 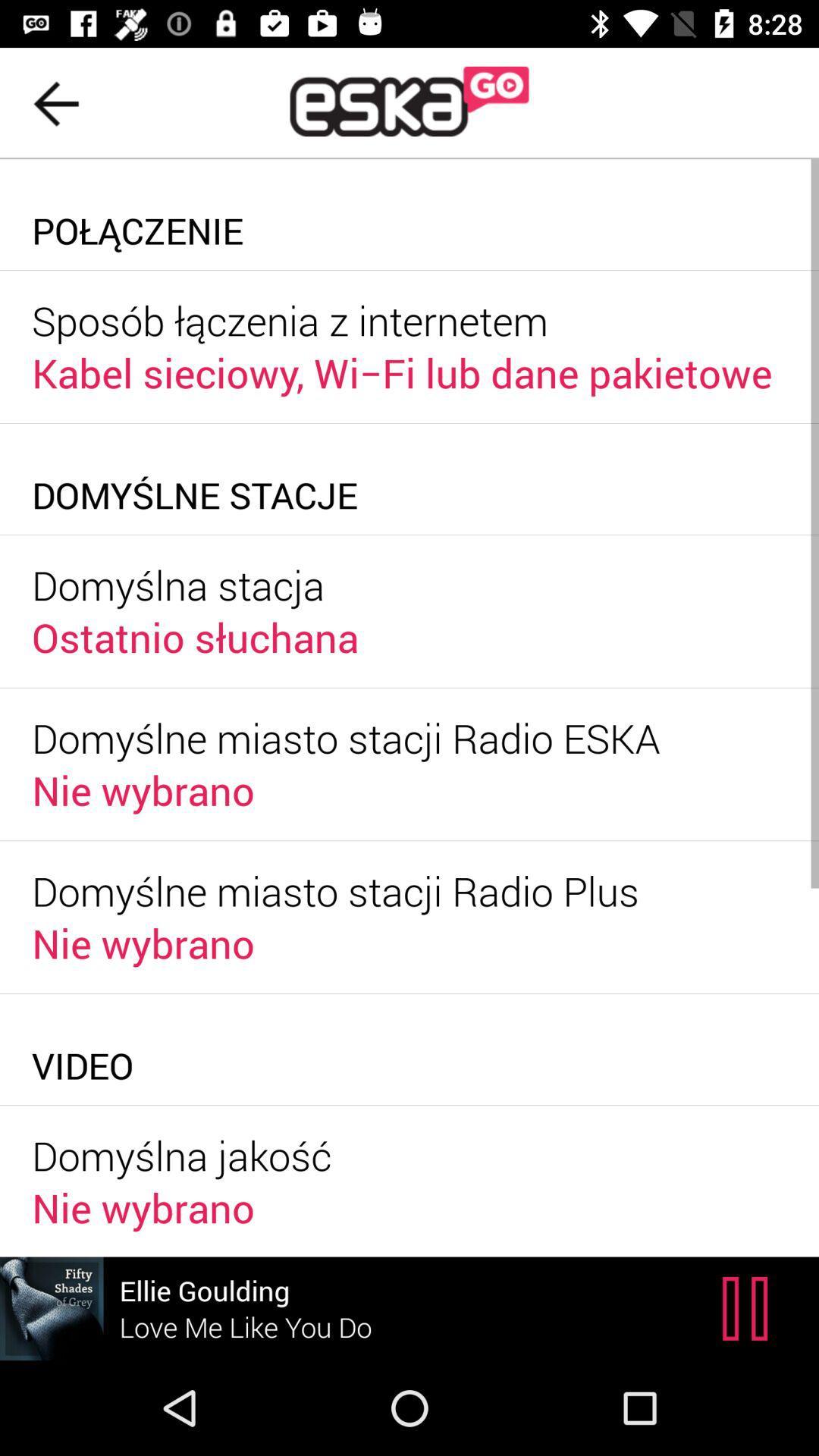 I want to click on the pause icon, so click(x=748, y=1307).